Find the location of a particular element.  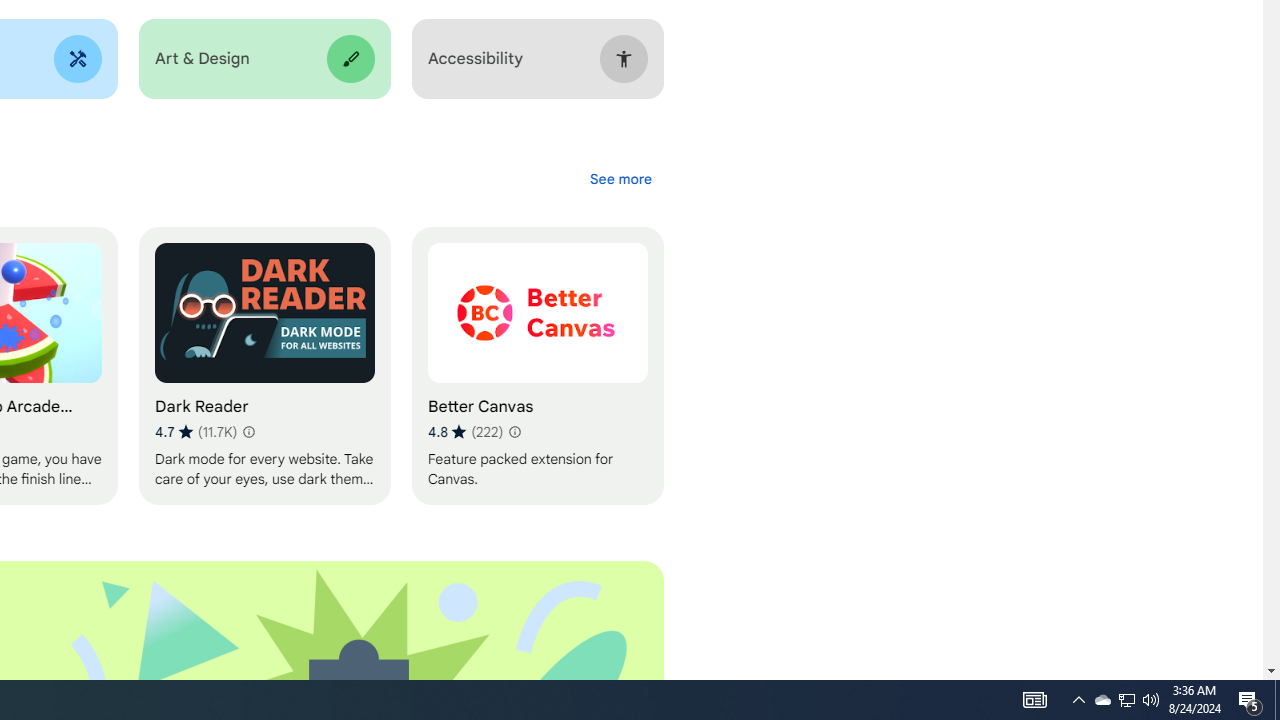

'Learn more about results and reviews "Better Canvas"' is located at coordinates (513, 431).